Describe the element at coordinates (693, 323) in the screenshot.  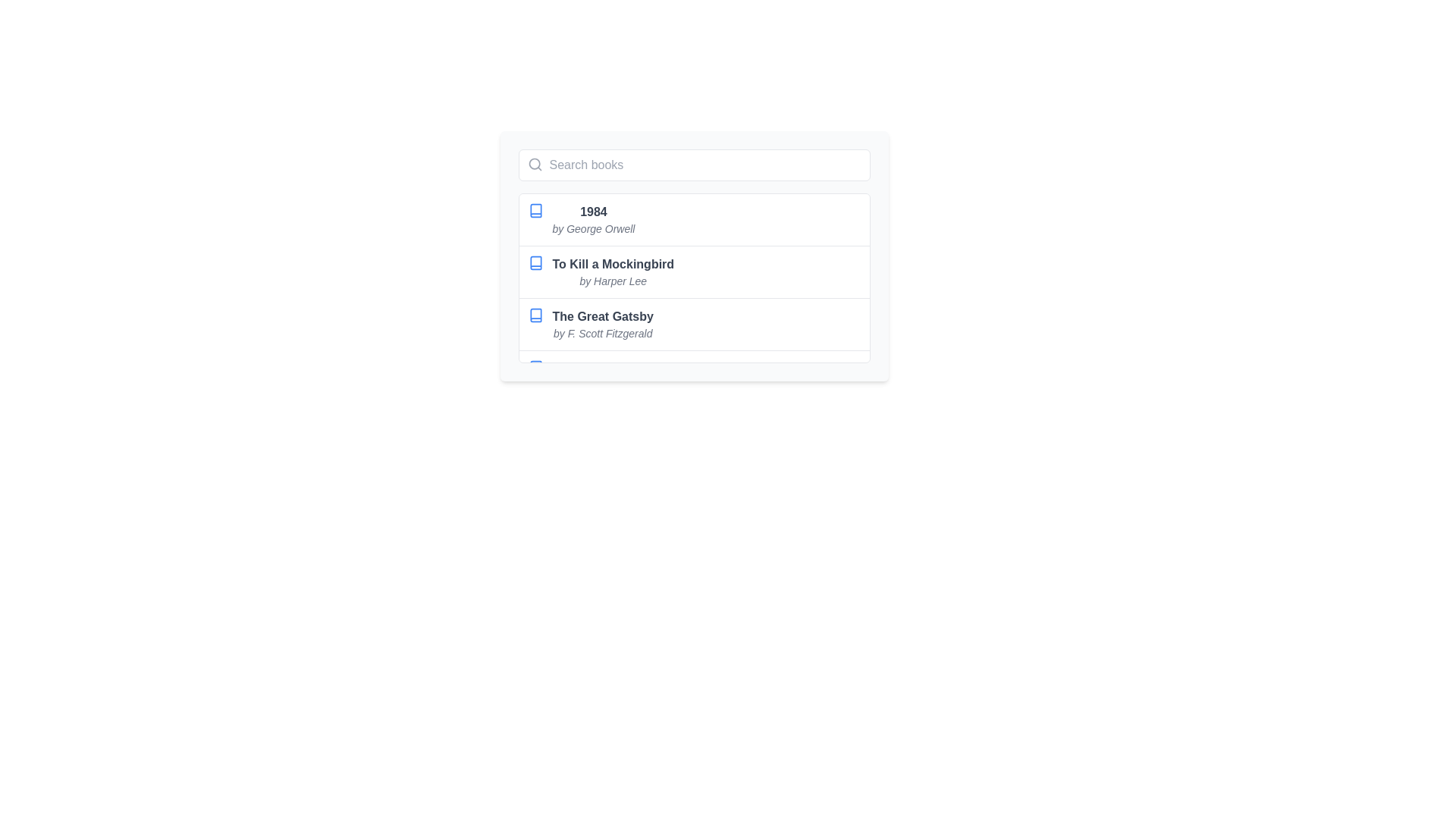
I see `the book entry titled 'The Great Gatsby'` at that location.